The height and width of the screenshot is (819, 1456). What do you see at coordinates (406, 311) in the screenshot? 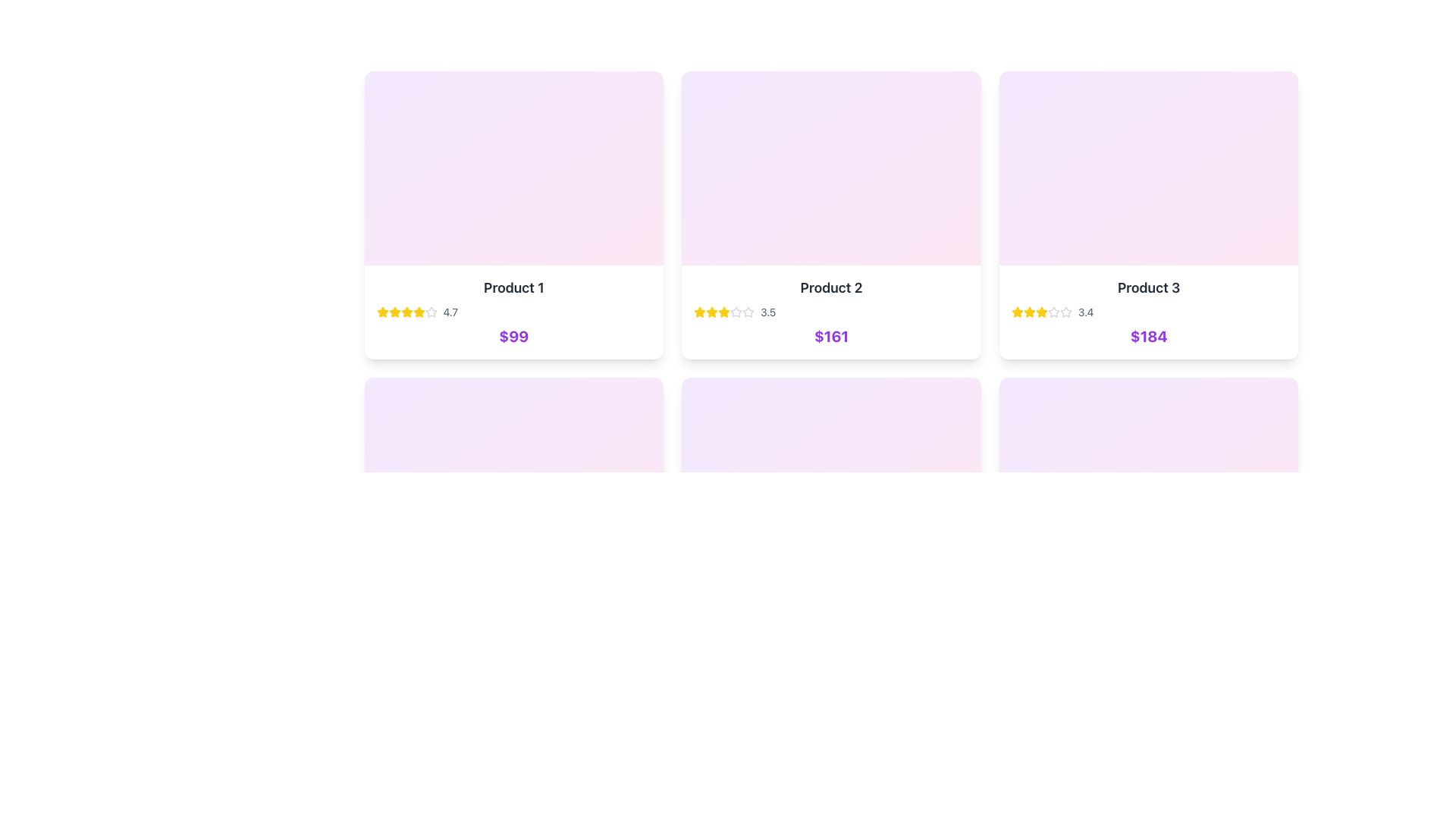
I see `the second star from the left in the rating section of the 'Product 1' card to visually represent a rating` at bounding box center [406, 311].